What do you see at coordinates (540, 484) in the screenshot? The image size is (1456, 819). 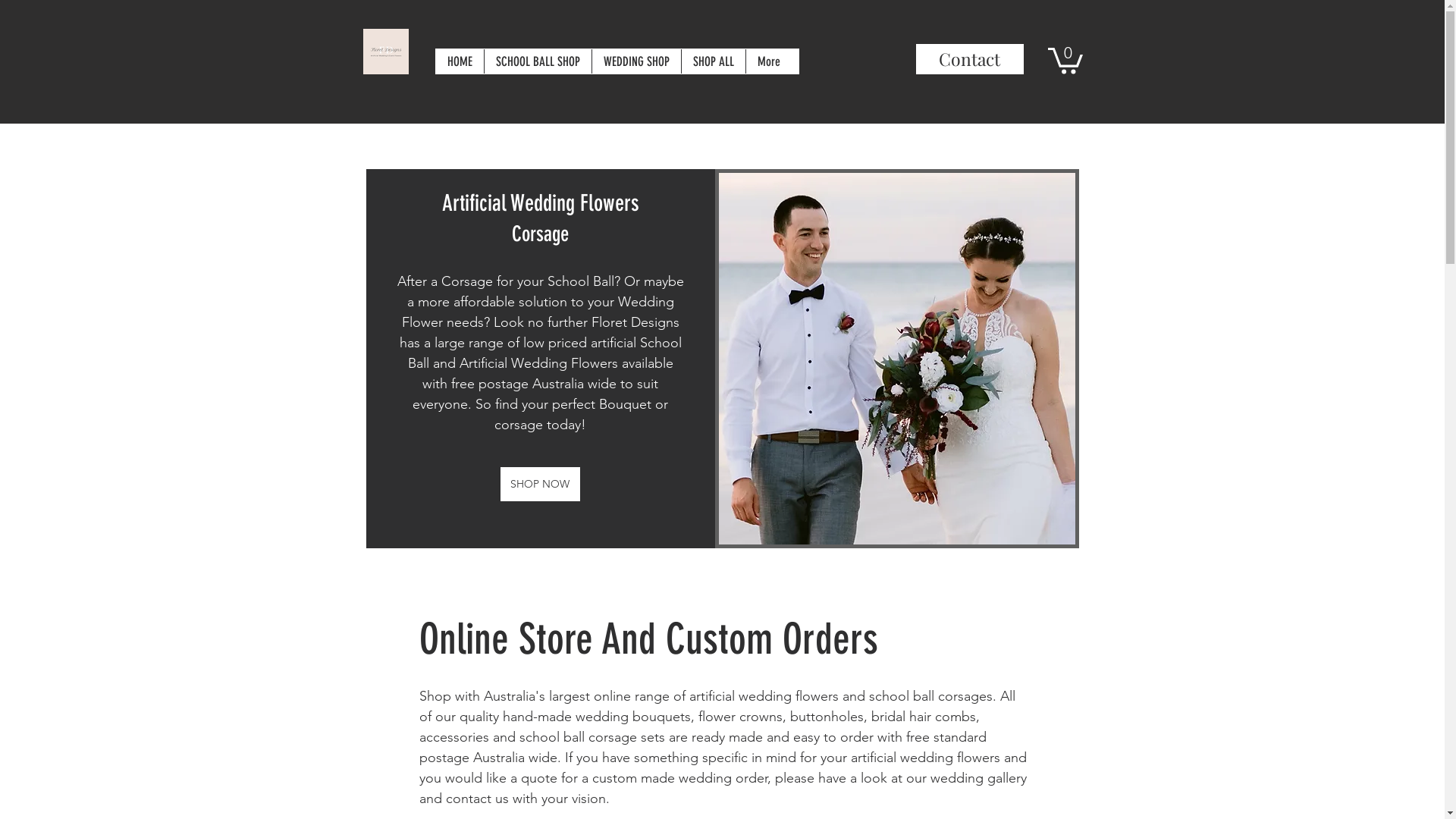 I see `'SHOP NOW'` at bounding box center [540, 484].